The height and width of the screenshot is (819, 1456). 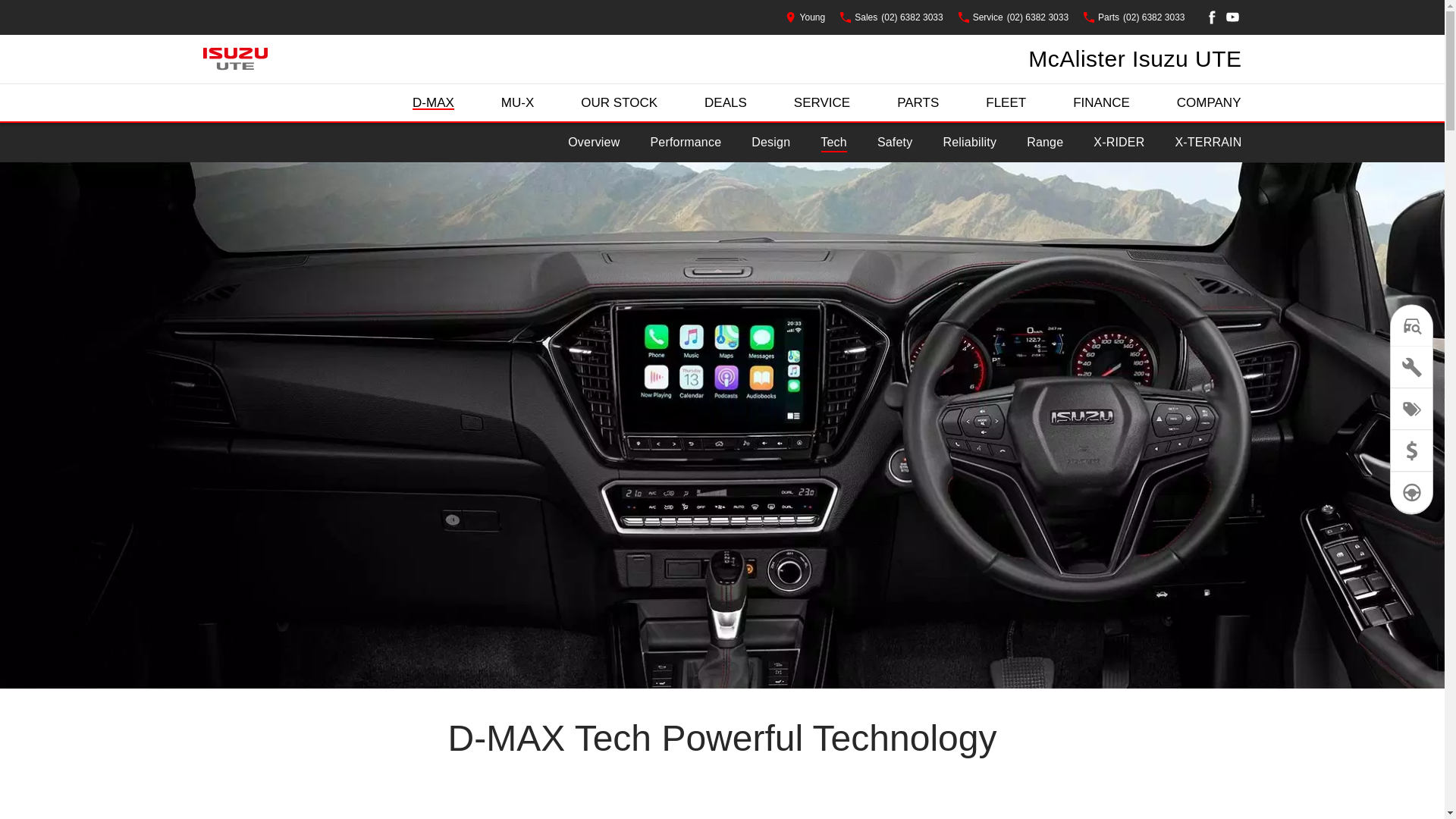 I want to click on 'X-TERRAIN', so click(x=1207, y=143).